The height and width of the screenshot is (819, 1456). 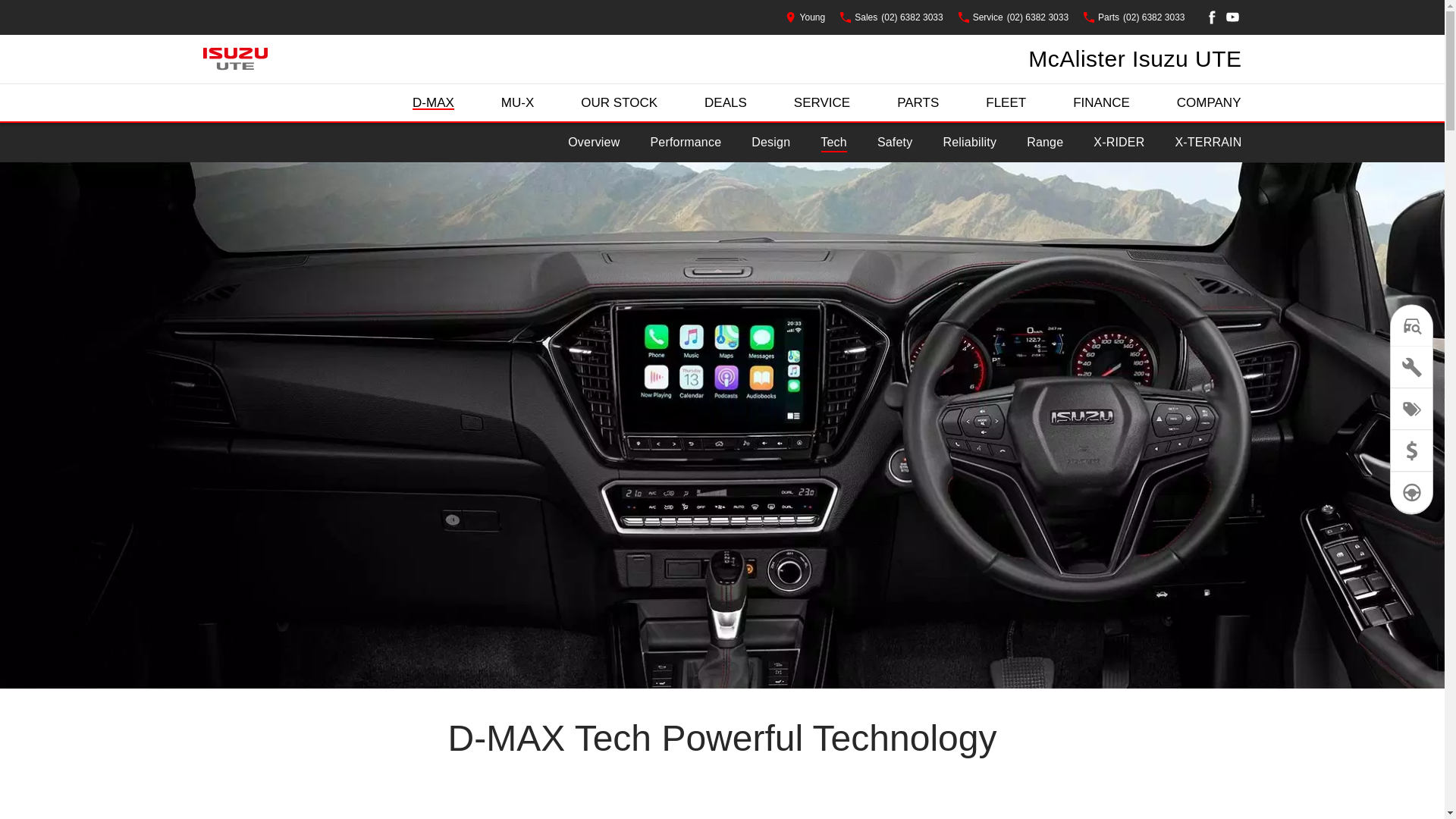 I want to click on 'X-TERRAIN', so click(x=1207, y=143).